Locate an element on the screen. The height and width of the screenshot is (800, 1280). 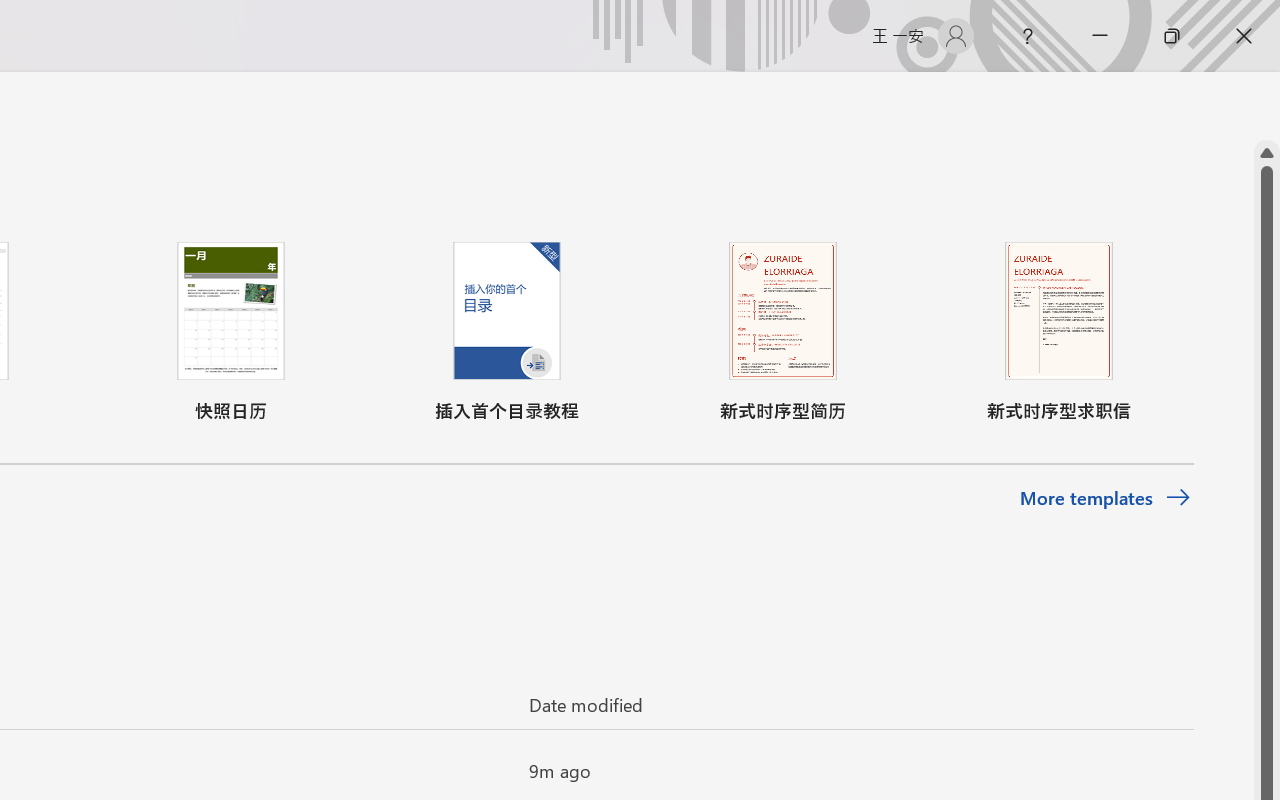
'Line up' is located at coordinates (1266, 153).